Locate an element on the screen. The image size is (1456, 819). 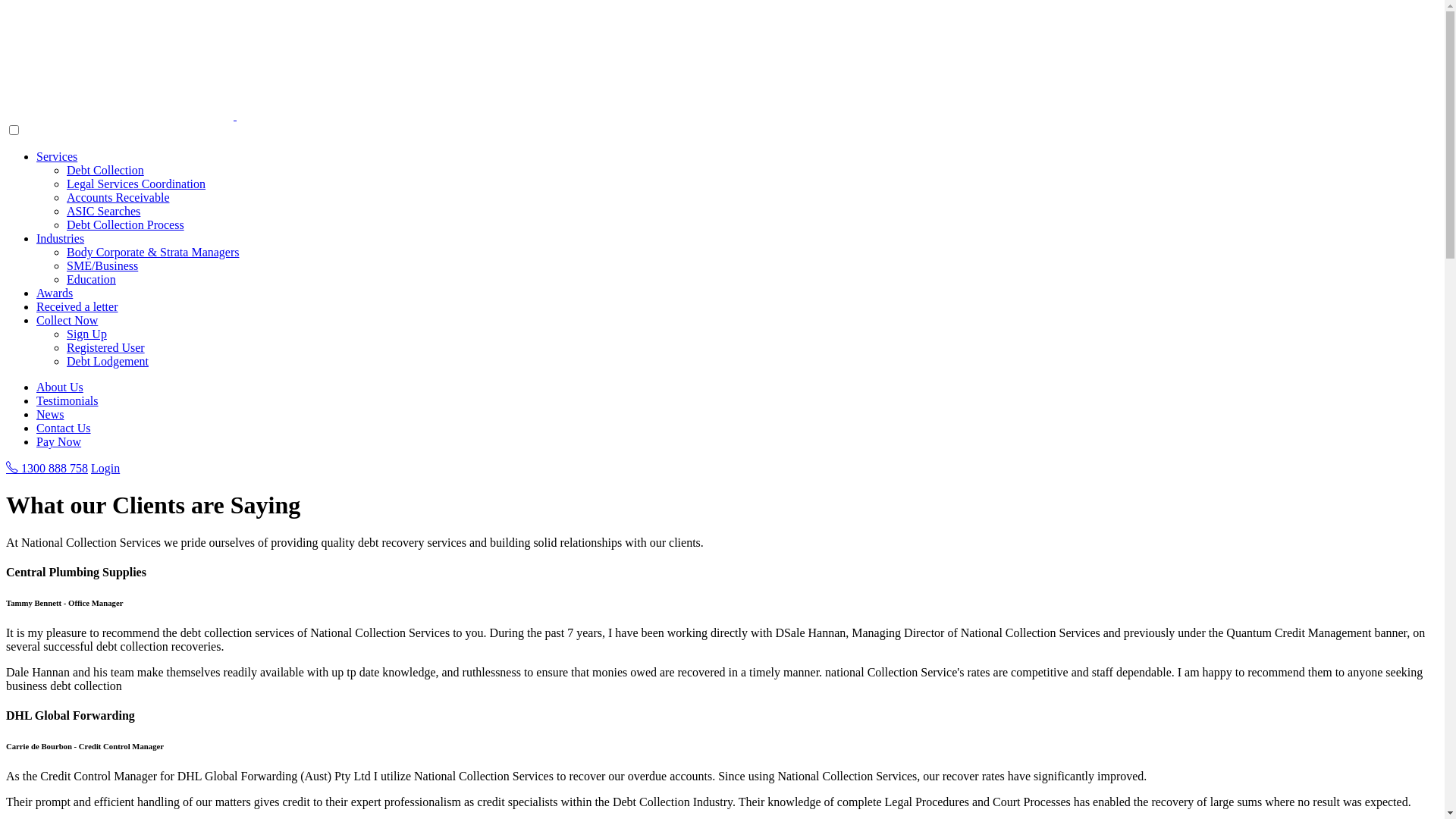
'Services' is located at coordinates (57, 156).